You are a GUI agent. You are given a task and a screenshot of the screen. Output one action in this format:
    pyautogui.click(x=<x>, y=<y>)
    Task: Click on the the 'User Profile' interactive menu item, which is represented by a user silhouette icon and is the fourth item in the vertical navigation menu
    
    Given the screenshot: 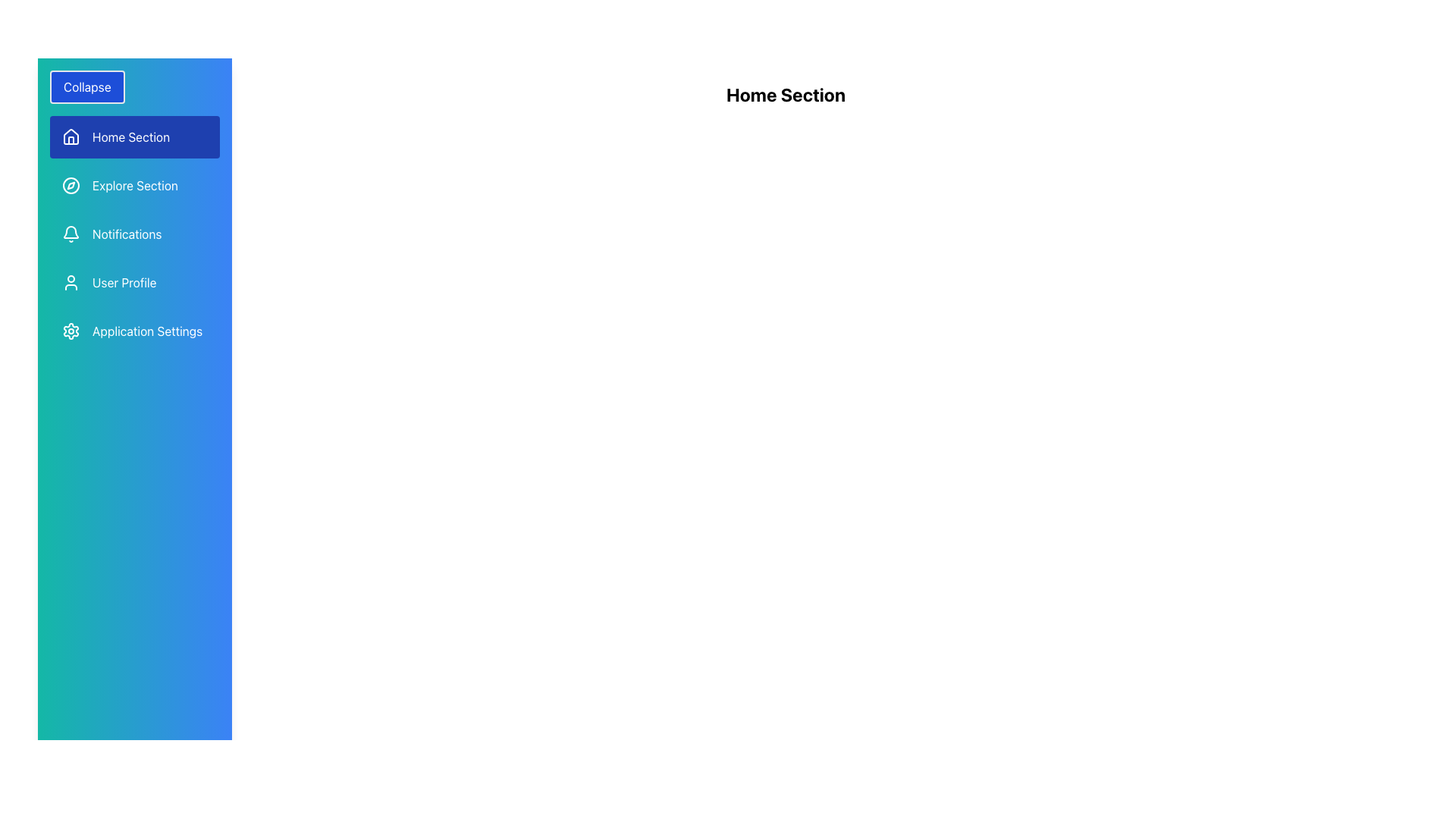 What is the action you would take?
    pyautogui.click(x=134, y=283)
    